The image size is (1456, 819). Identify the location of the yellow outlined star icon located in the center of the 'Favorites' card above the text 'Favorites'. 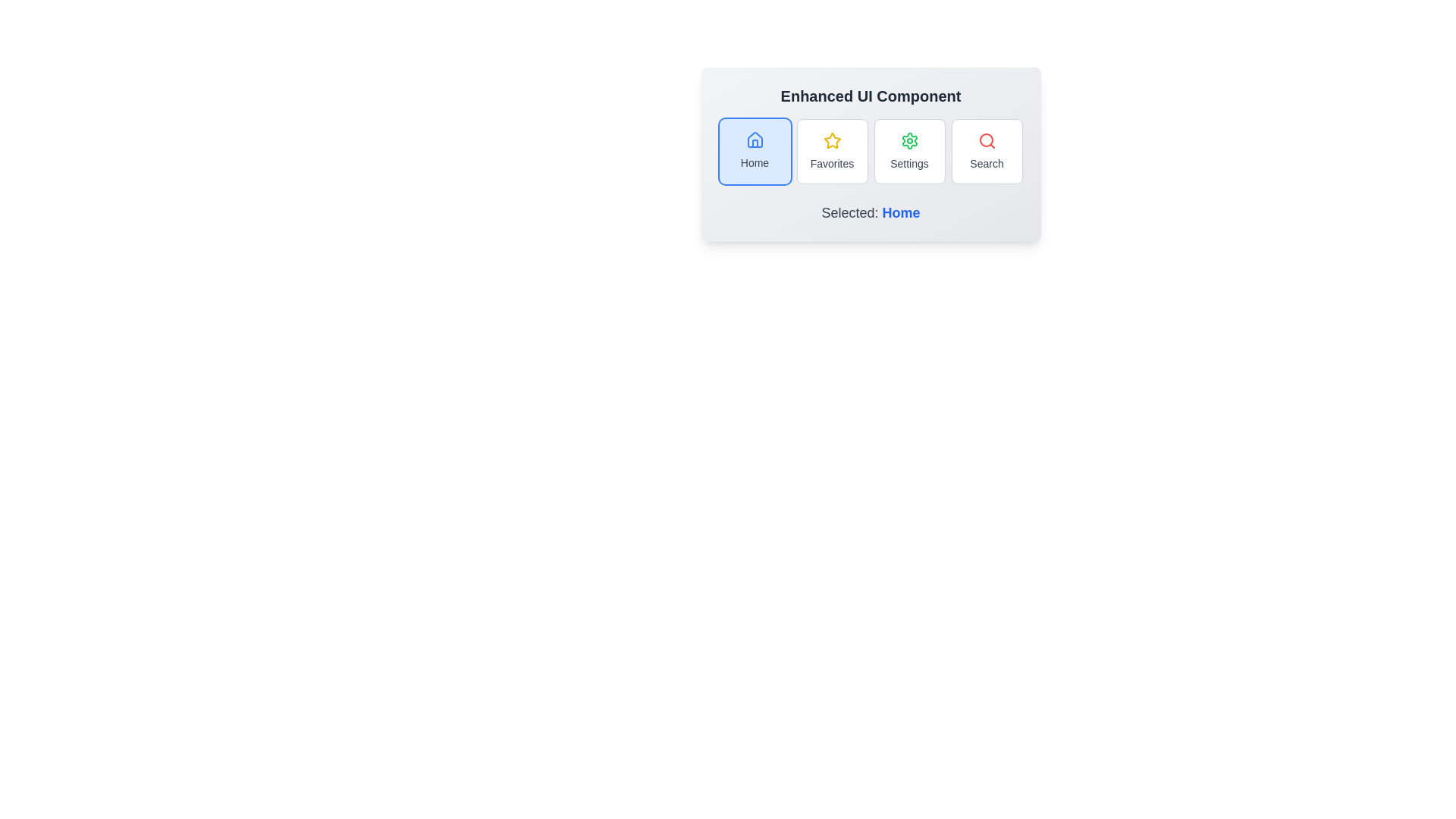
(831, 140).